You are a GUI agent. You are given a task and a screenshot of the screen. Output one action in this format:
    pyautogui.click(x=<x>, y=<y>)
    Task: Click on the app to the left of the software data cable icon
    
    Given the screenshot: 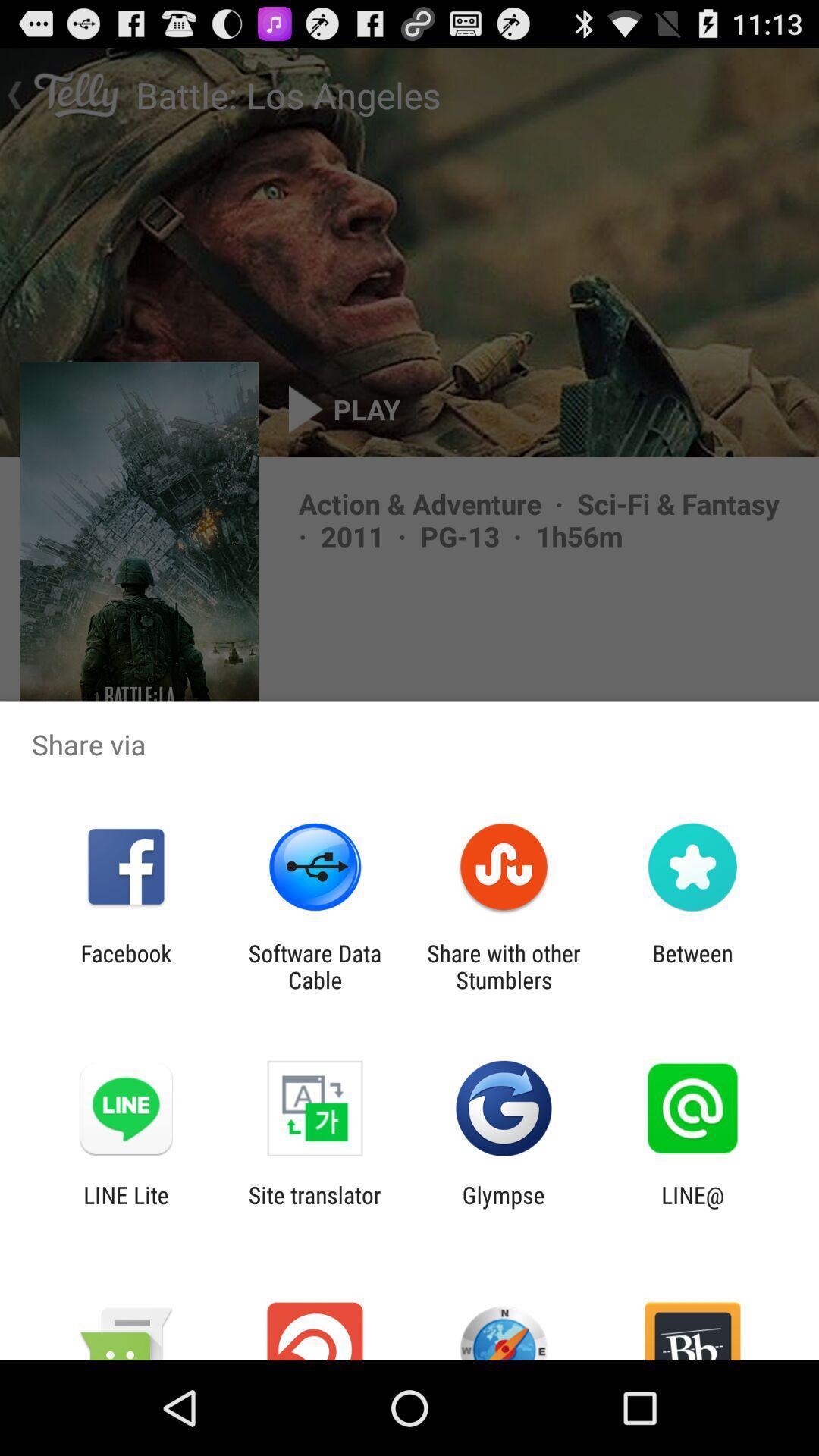 What is the action you would take?
    pyautogui.click(x=125, y=966)
    